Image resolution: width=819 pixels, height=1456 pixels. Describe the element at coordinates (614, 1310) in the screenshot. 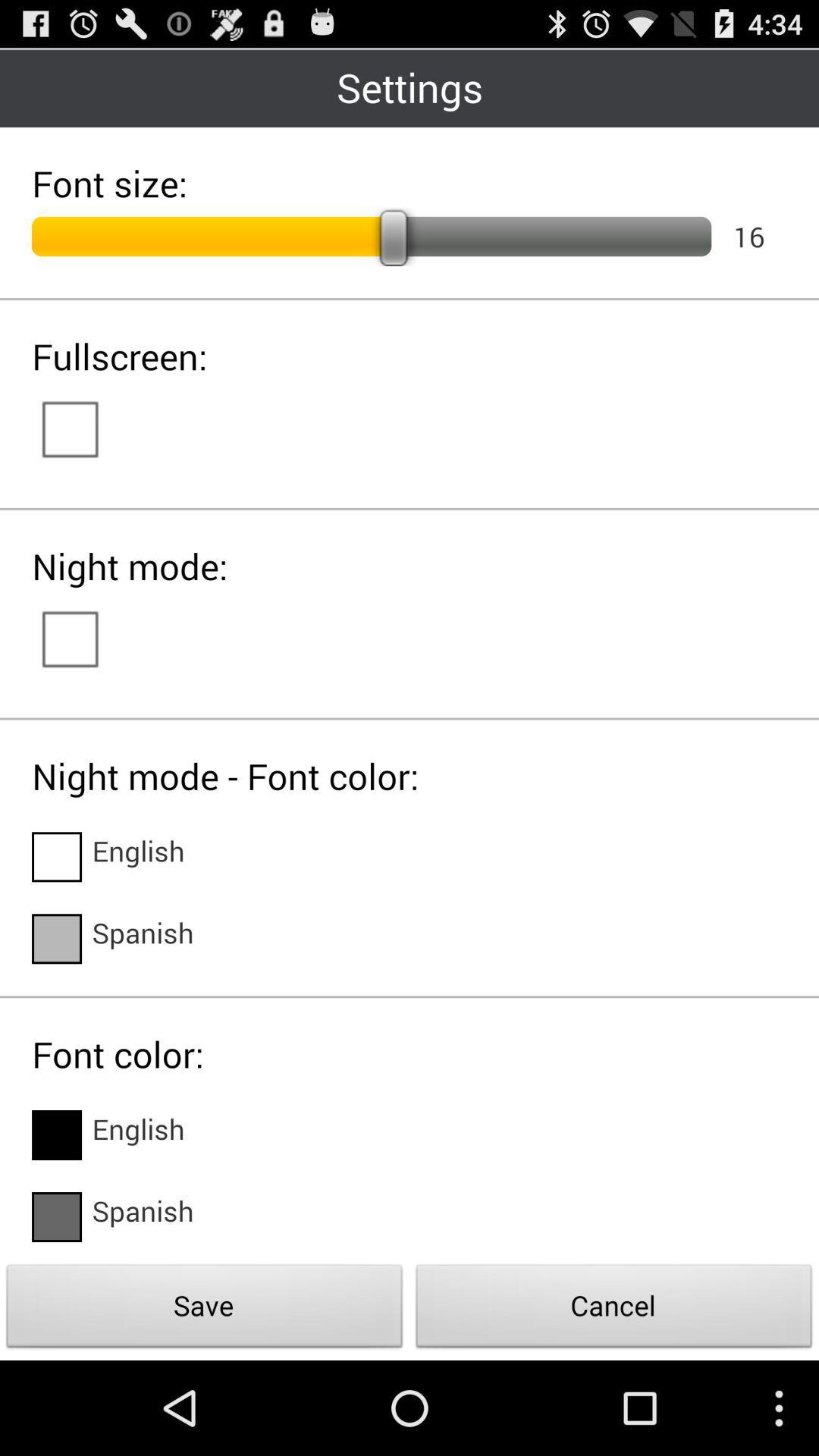

I see `the cancel` at that location.